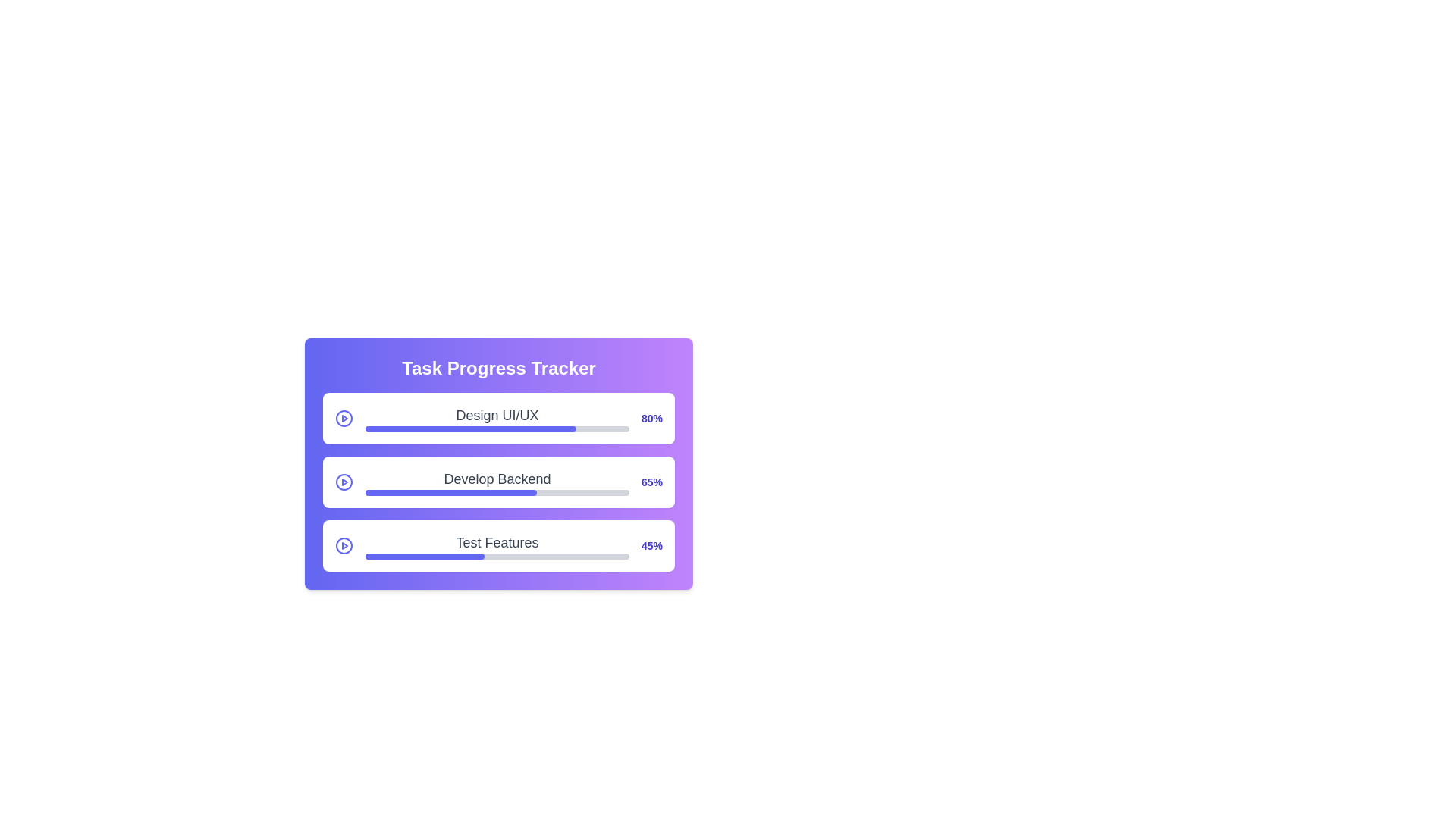 This screenshot has width=1456, height=819. What do you see at coordinates (497, 429) in the screenshot?
I see `the progress bar located directly below the 'Design UI/UX' text, which has a gray background and a blue progress indicator spanning 80% of its width` at bounding box center [497, 429].